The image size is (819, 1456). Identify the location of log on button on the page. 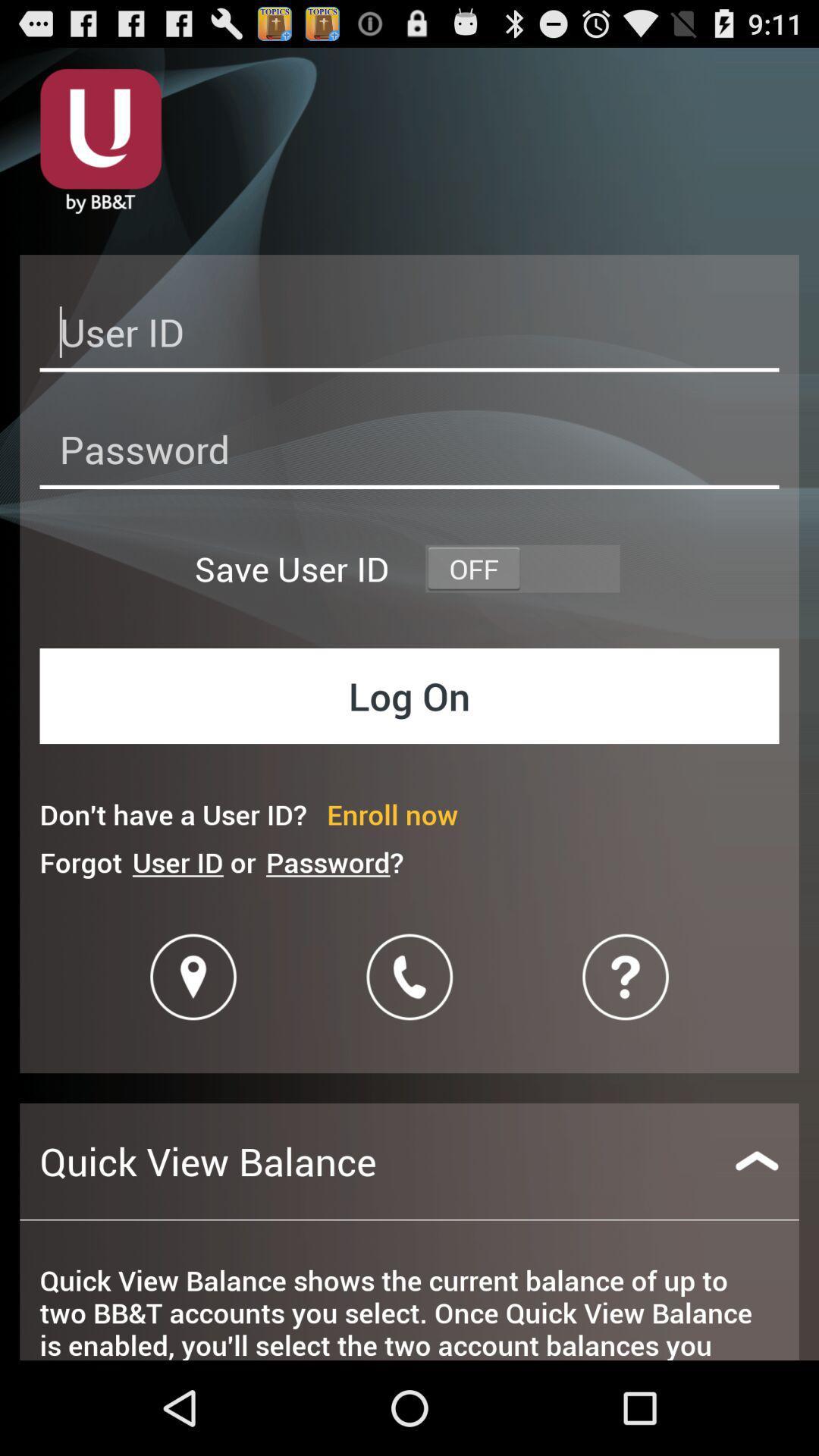
(409, 695).